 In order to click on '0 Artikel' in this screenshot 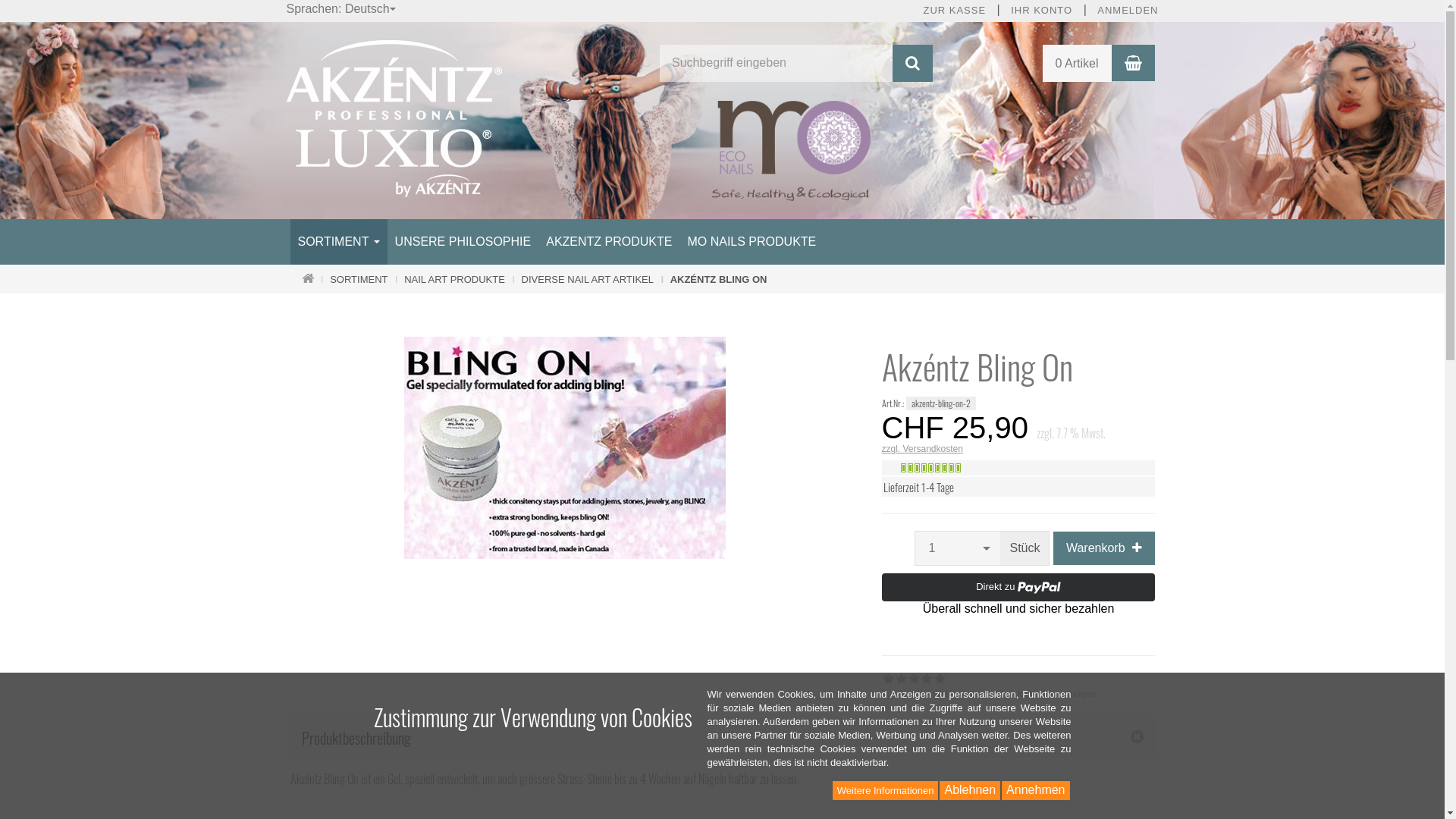, I will do `click(1076, 62)`.